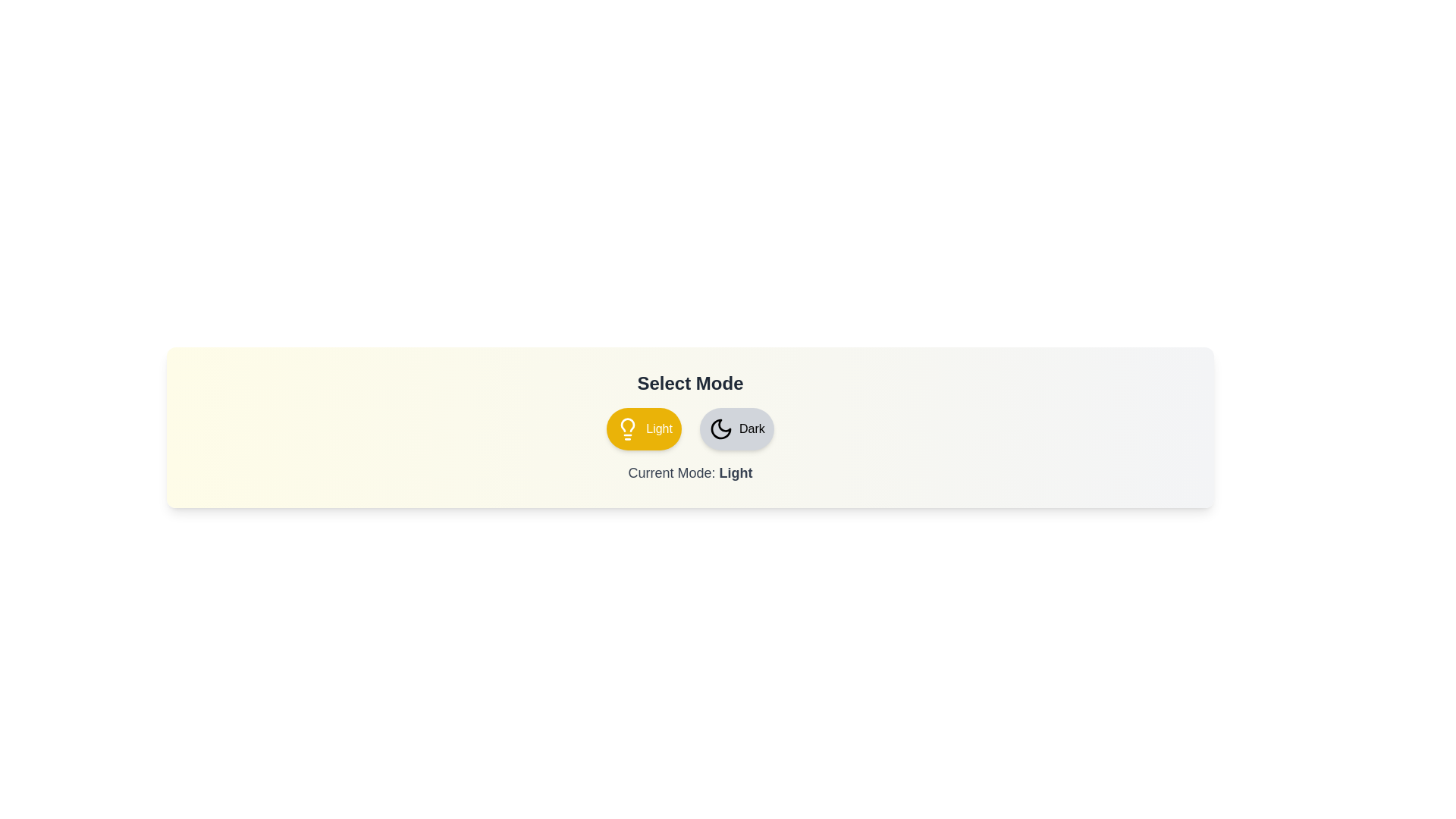 This screenshot has width=1456, height=819. What do you see at coordinates (736, 429) in the screenshot?
I see `the 'Dark' button to change the mode` at bounding box center [736, 429].